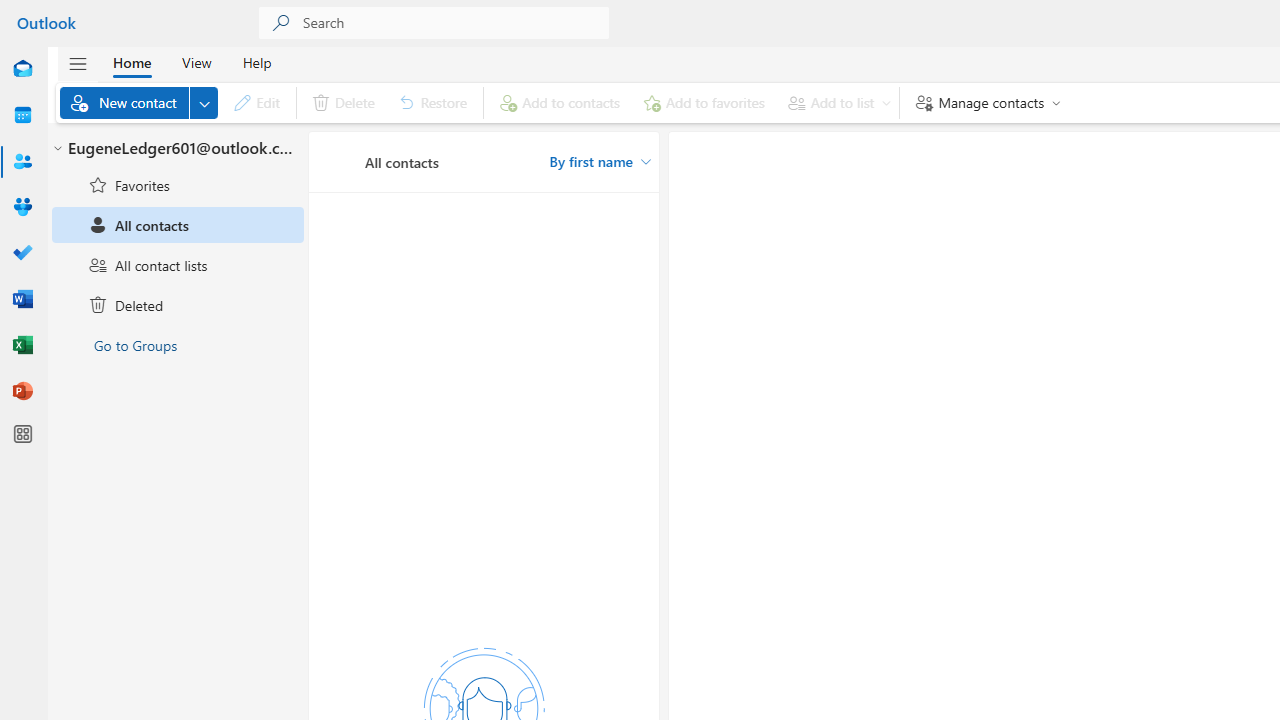 The image size is (1280, 720). Describe the element at coordinates (599, 161) in the screenshot. I see `'Sorting options. Sort by By first name selected'` at that location.